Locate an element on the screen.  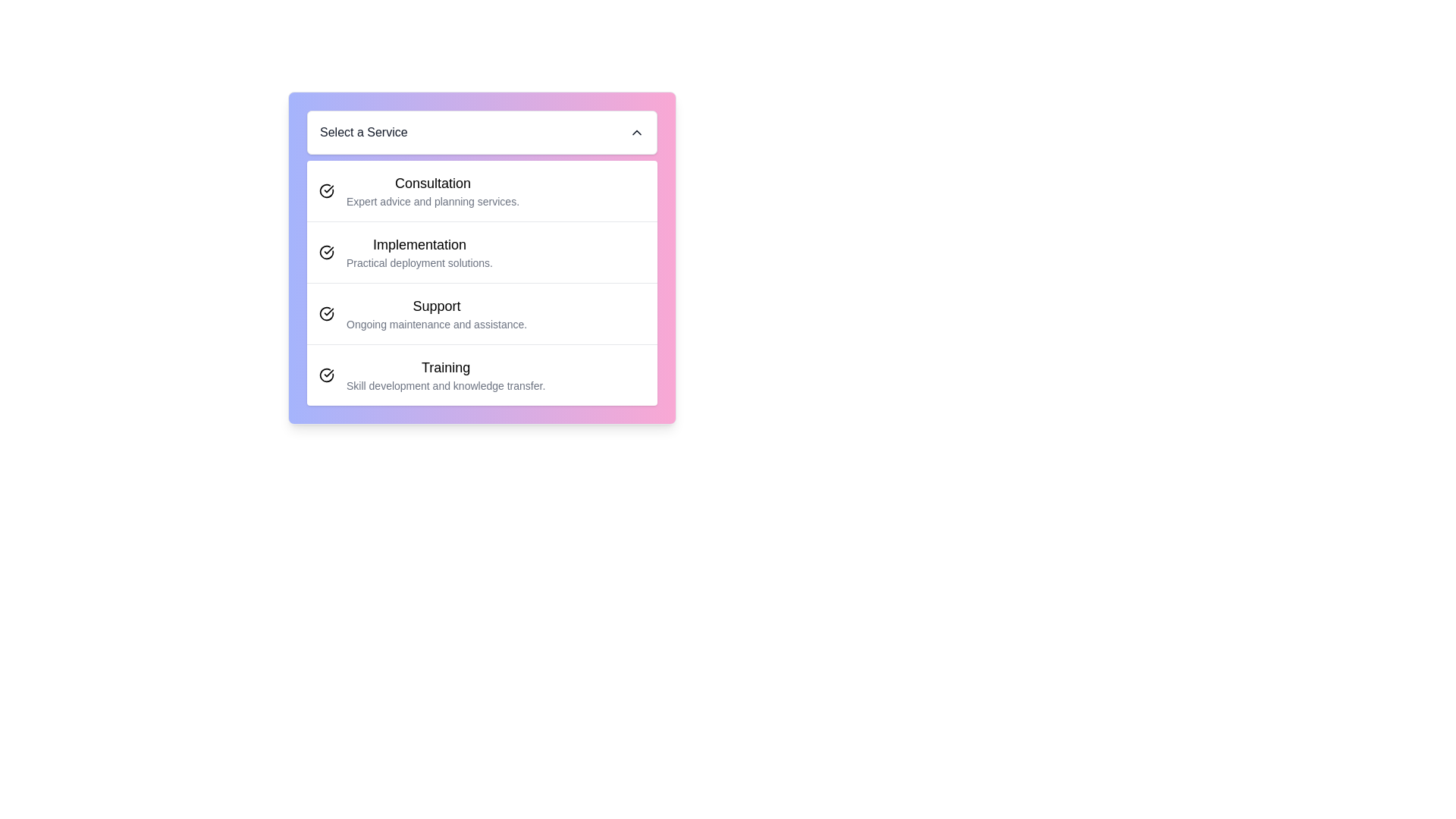
the descriptive text element that provides additional details for the 'Support' option, located below the 'Support' label in a vertical list is located at coordinates (436, 324).